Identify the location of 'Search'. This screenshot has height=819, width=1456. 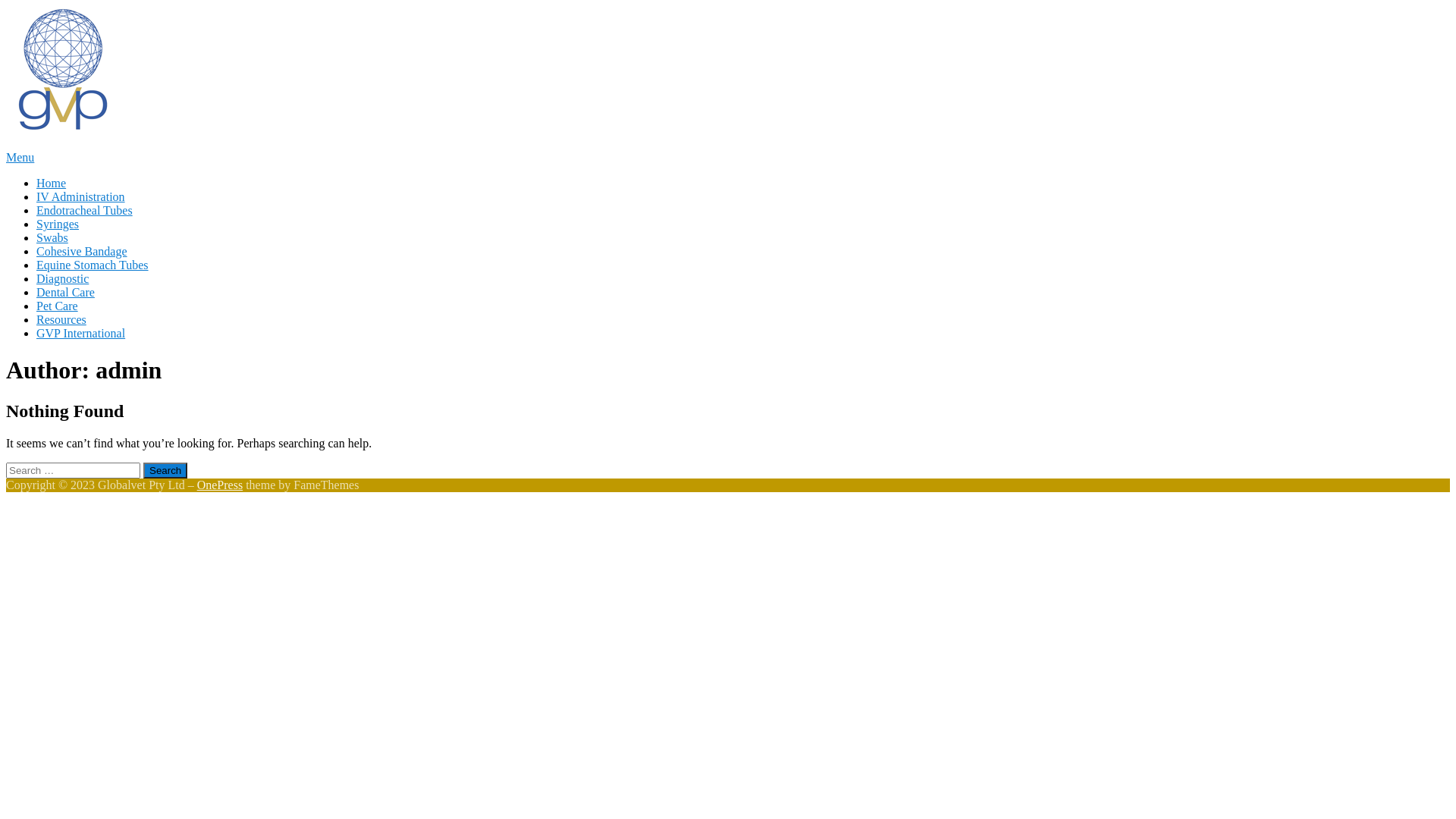
(165, 469).